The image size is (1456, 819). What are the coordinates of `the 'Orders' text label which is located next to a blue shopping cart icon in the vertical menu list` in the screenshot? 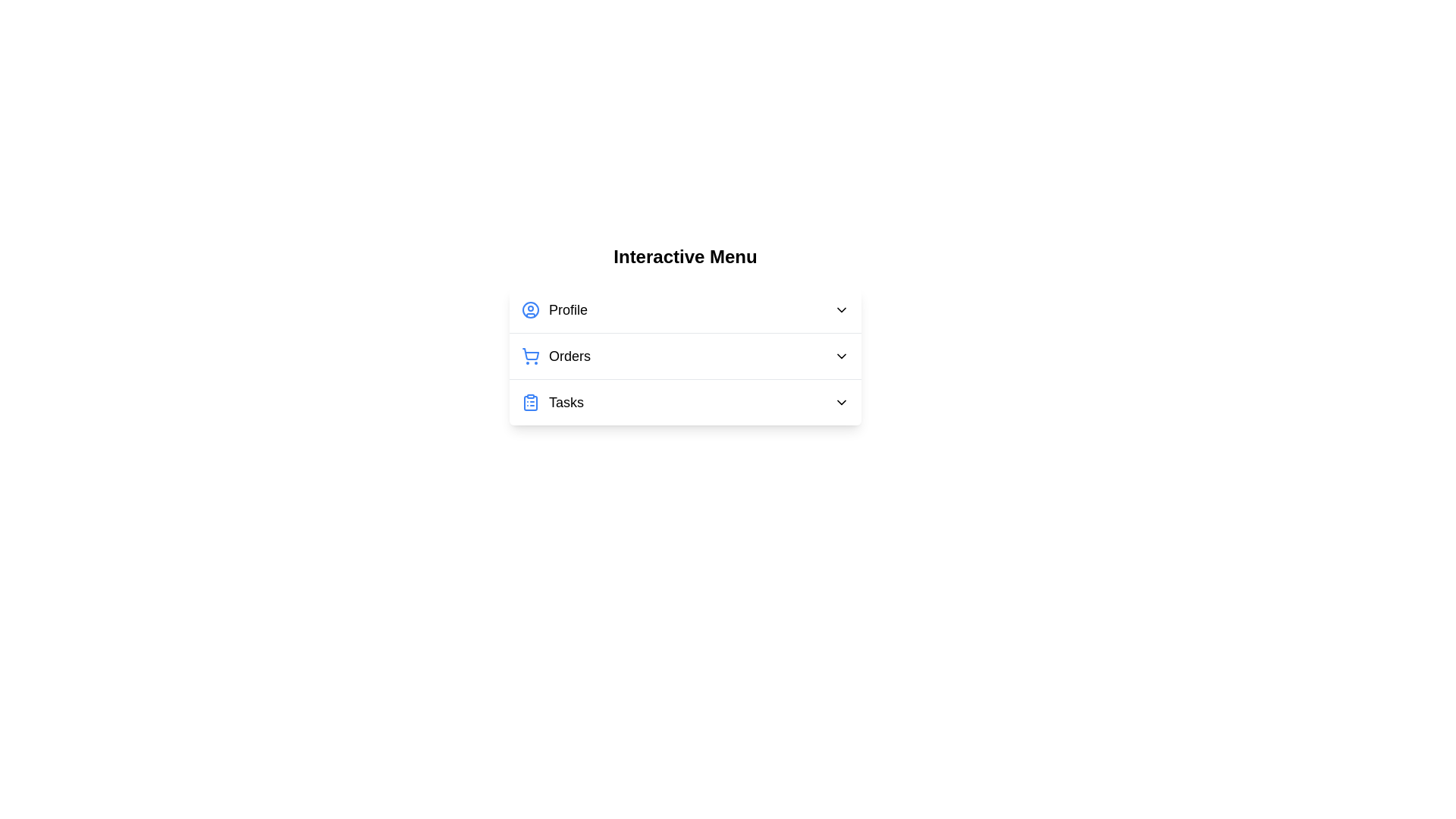 It's located at (555, 356).